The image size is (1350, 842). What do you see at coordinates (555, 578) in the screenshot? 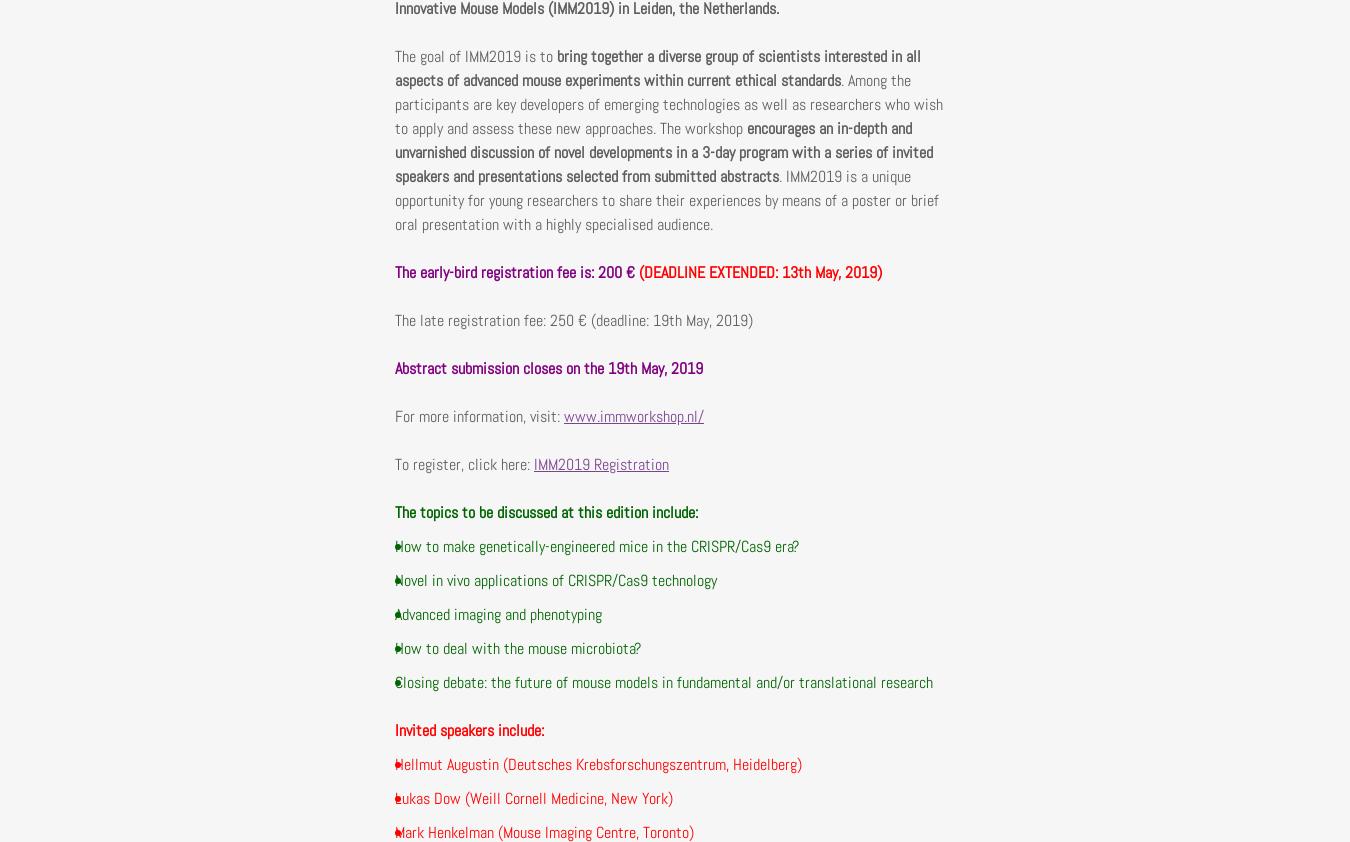
I see `'Novel in vivo applications of CRISPR/Cas9 technology'` at bounding box center [555, 578].